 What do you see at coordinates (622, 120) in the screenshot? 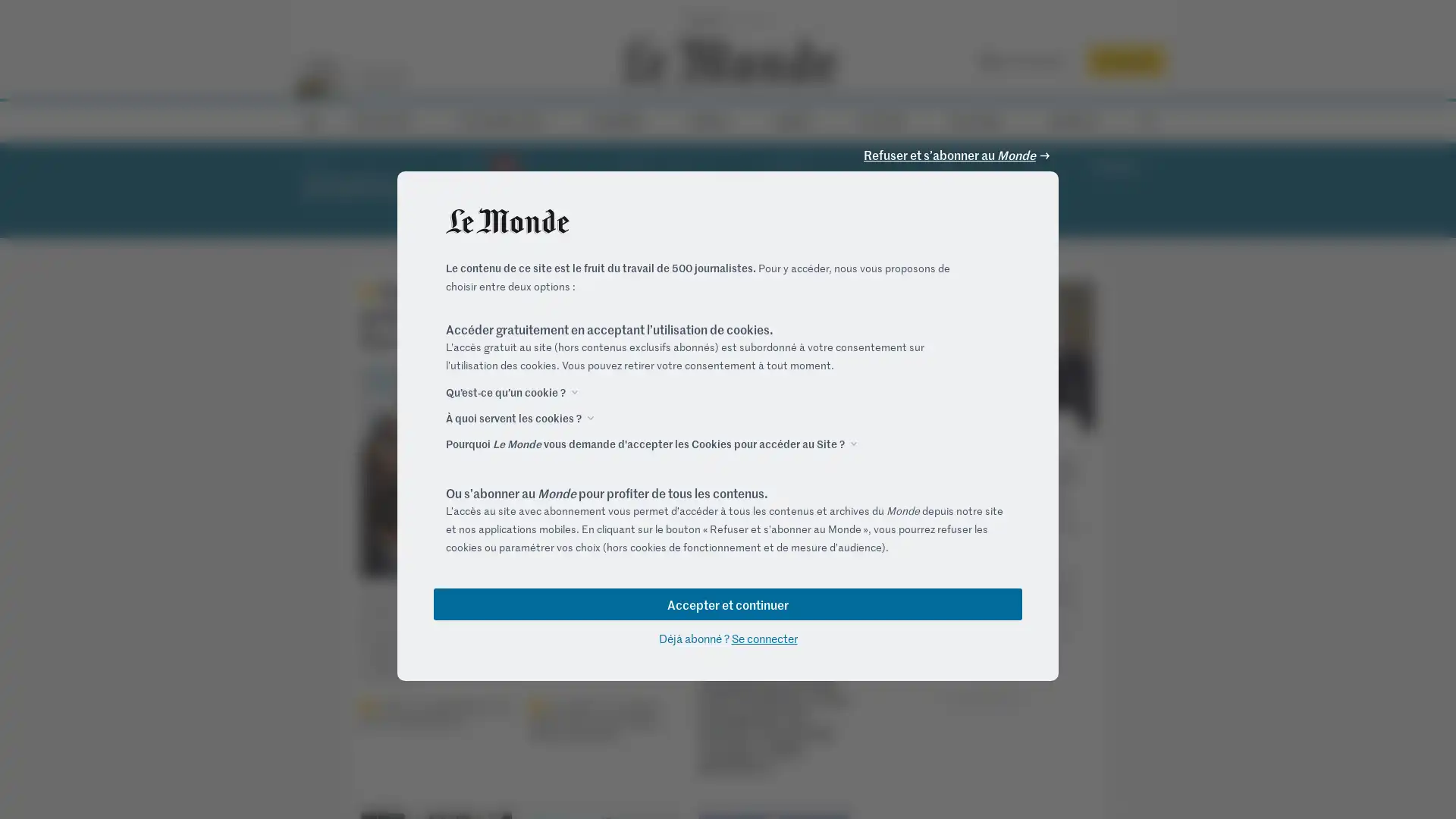
I see `ECONOMIE` at bounding box center [622, 120].